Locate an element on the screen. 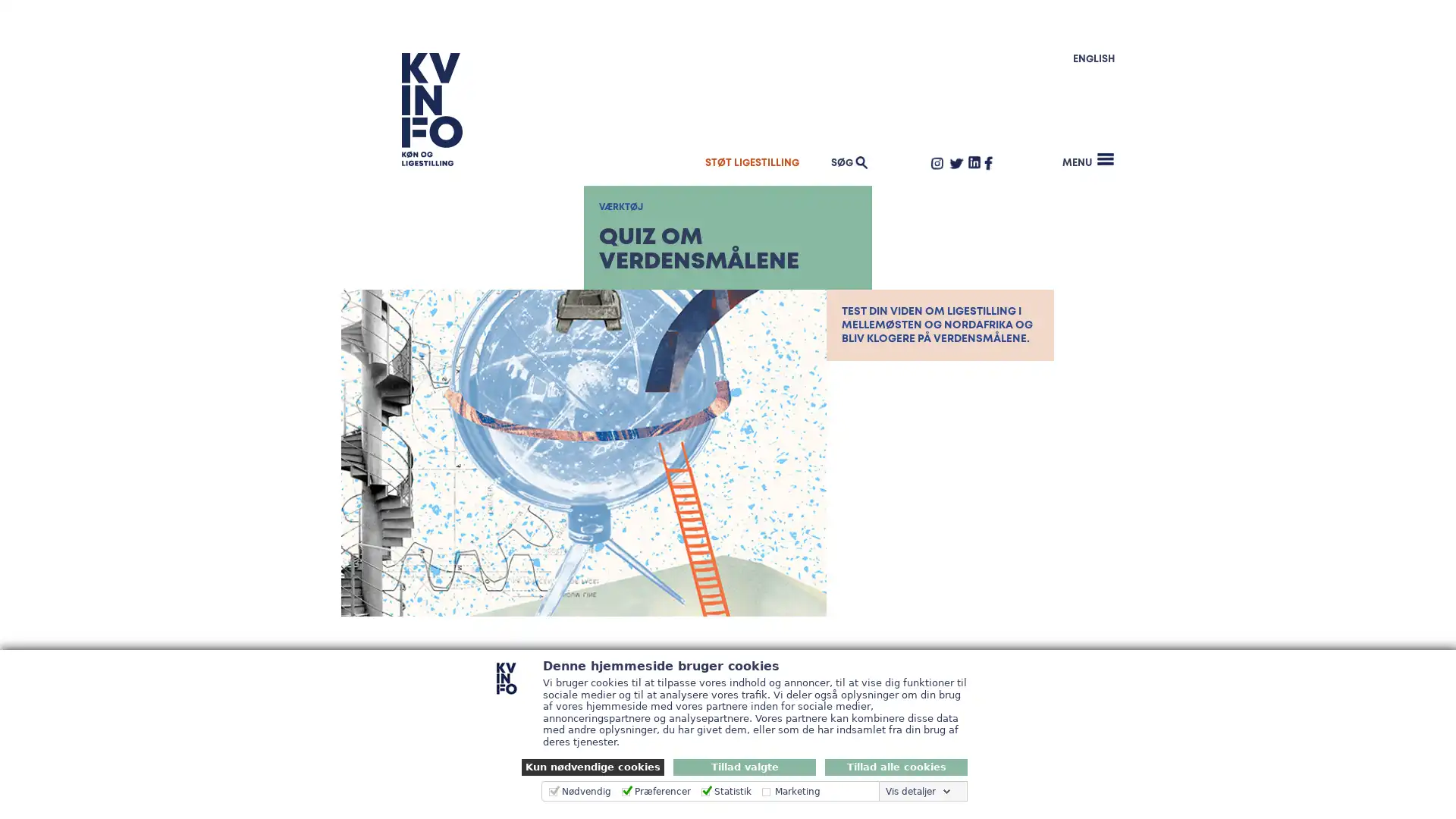  SG is located at coordinates (846, 162).